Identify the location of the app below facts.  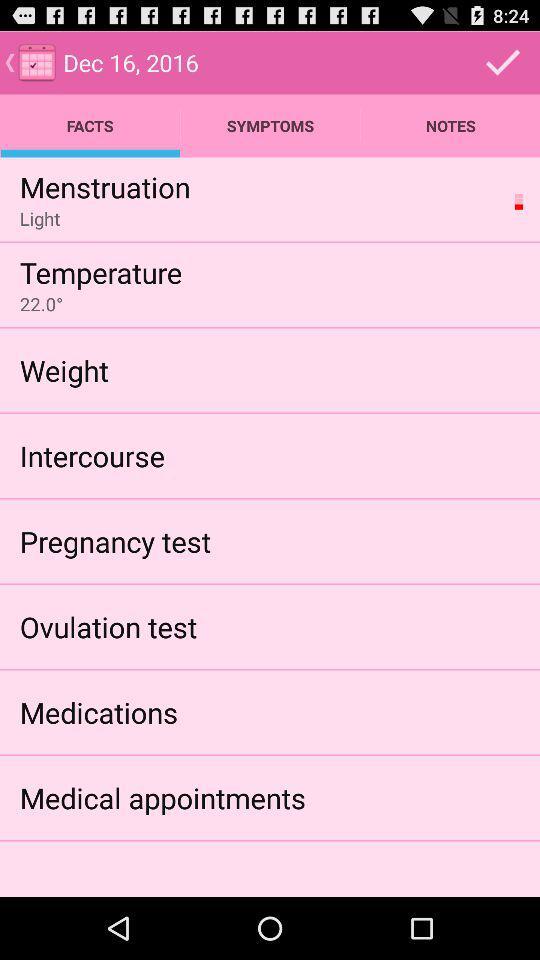
(105, 186).